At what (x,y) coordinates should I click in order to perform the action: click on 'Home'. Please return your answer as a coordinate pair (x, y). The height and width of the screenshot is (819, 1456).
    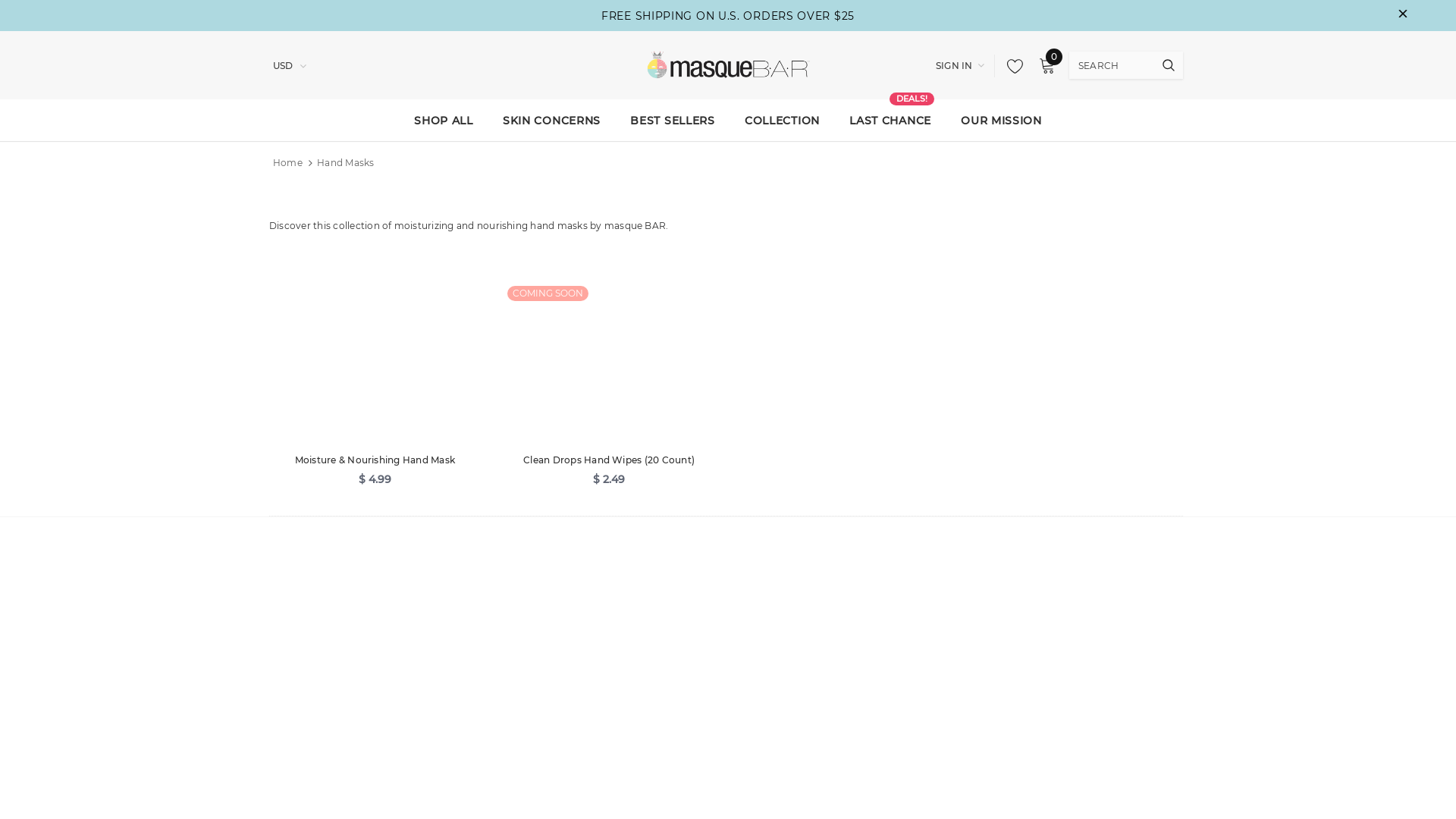
    Looking at the image, I should click on (273, 163).